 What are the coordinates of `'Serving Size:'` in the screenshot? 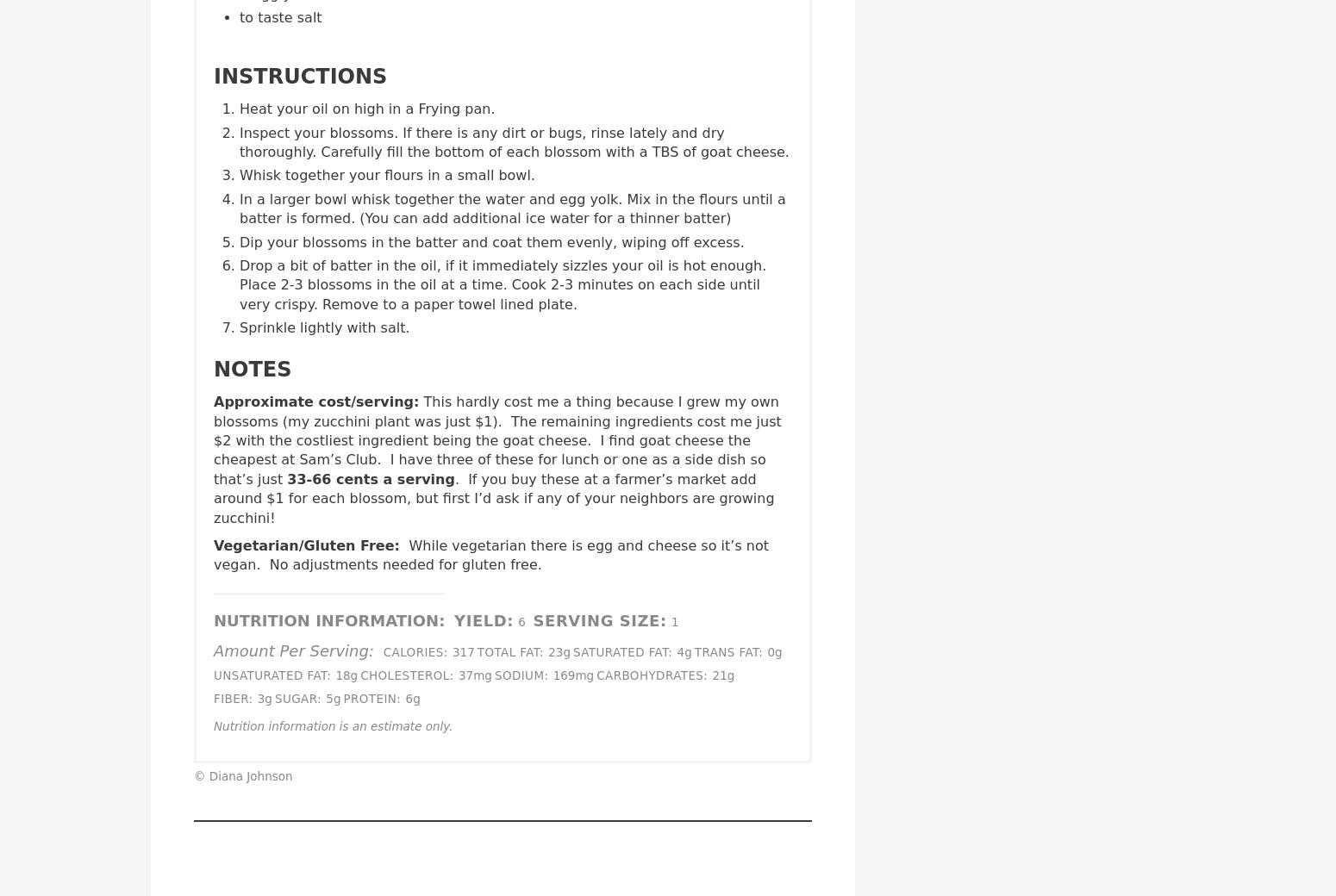 It's located at (598, 619).